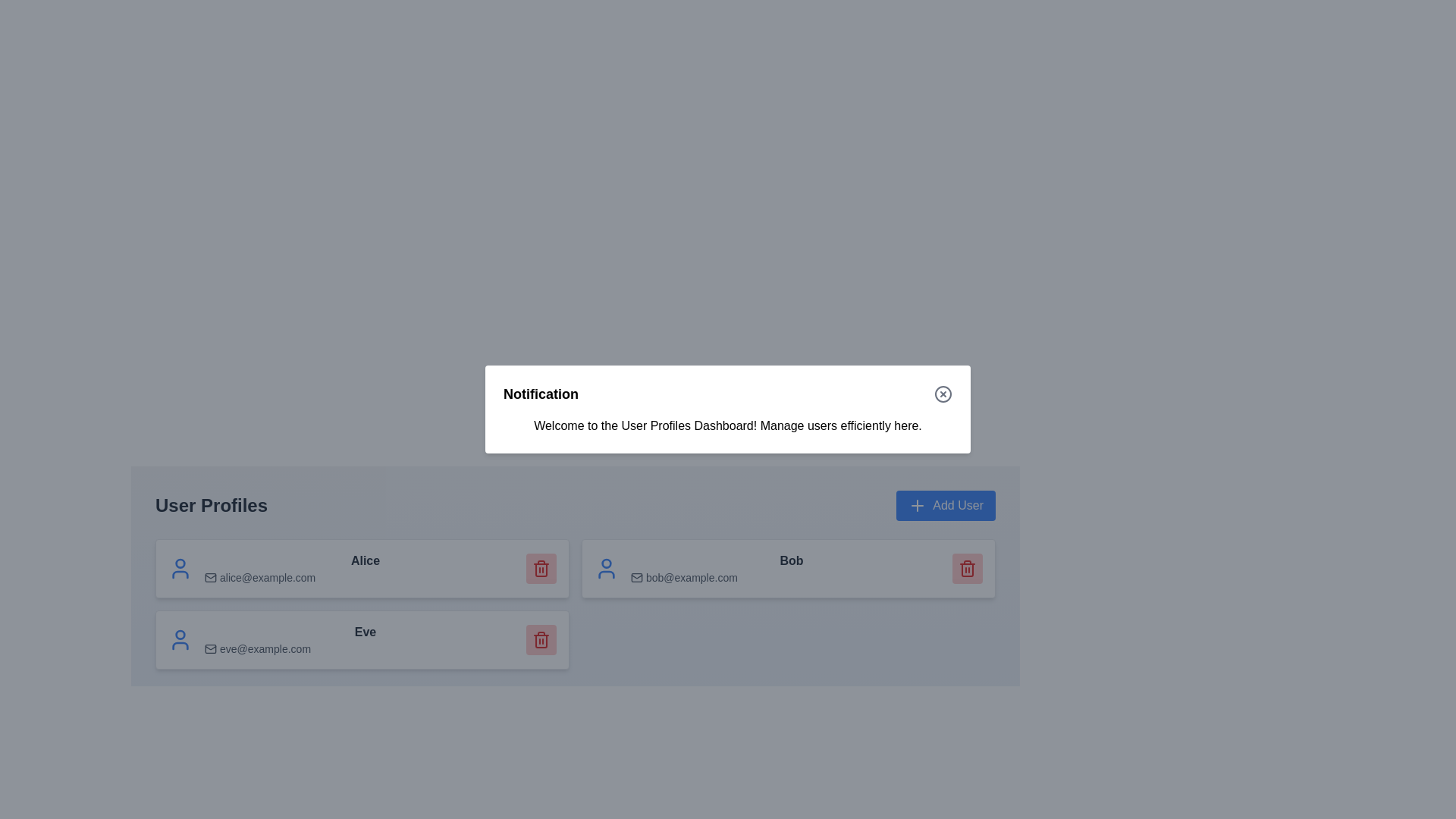 The height and width of the screenshot is (819, 1456). I want to click on the mail icon, which is a gray outline of an envelope located to the left of the email address 'bob@example.com' in the rightmost user profile card, so click(637, 578).